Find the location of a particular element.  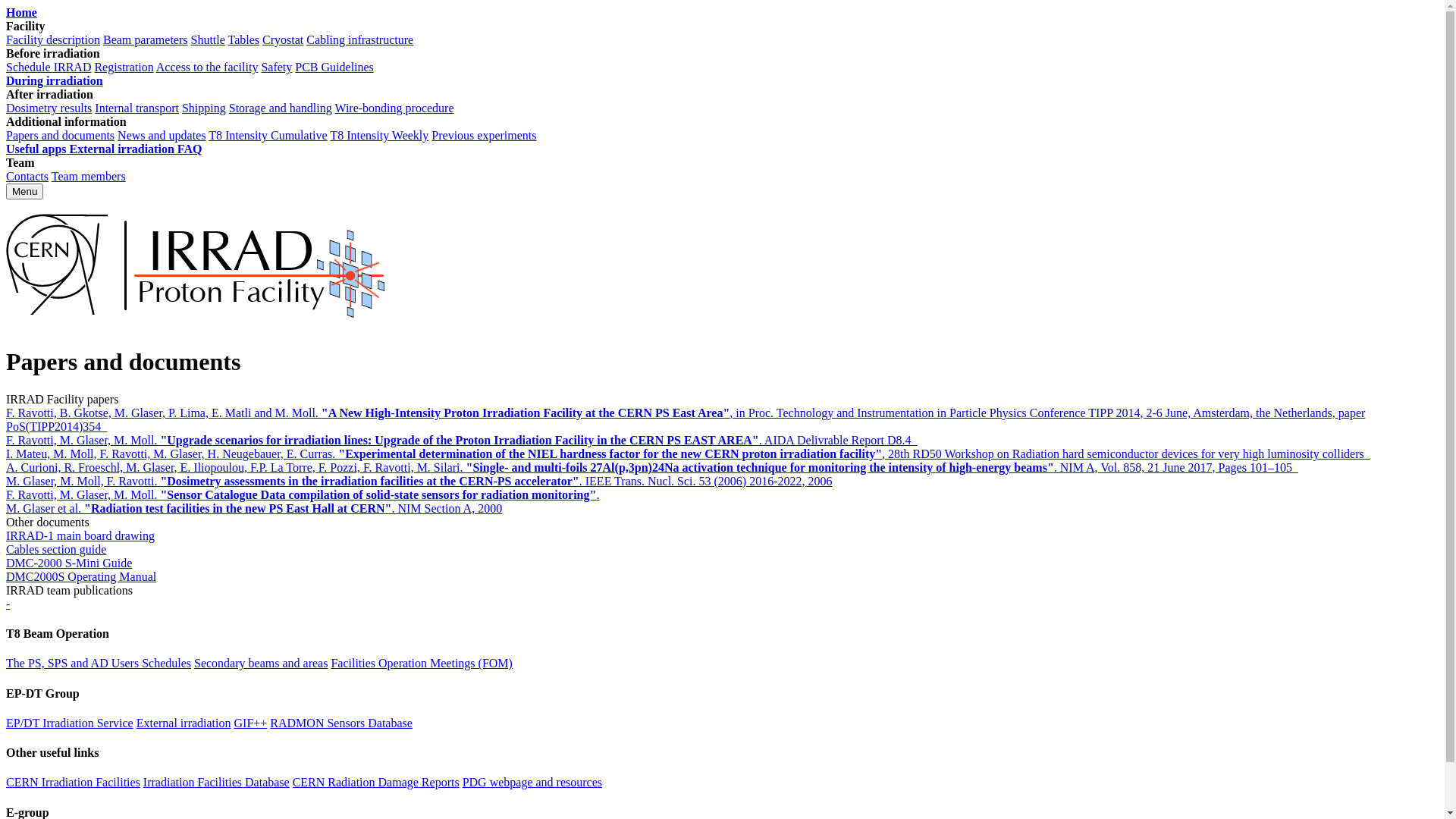

'-' is located at coordinates (6, 603).